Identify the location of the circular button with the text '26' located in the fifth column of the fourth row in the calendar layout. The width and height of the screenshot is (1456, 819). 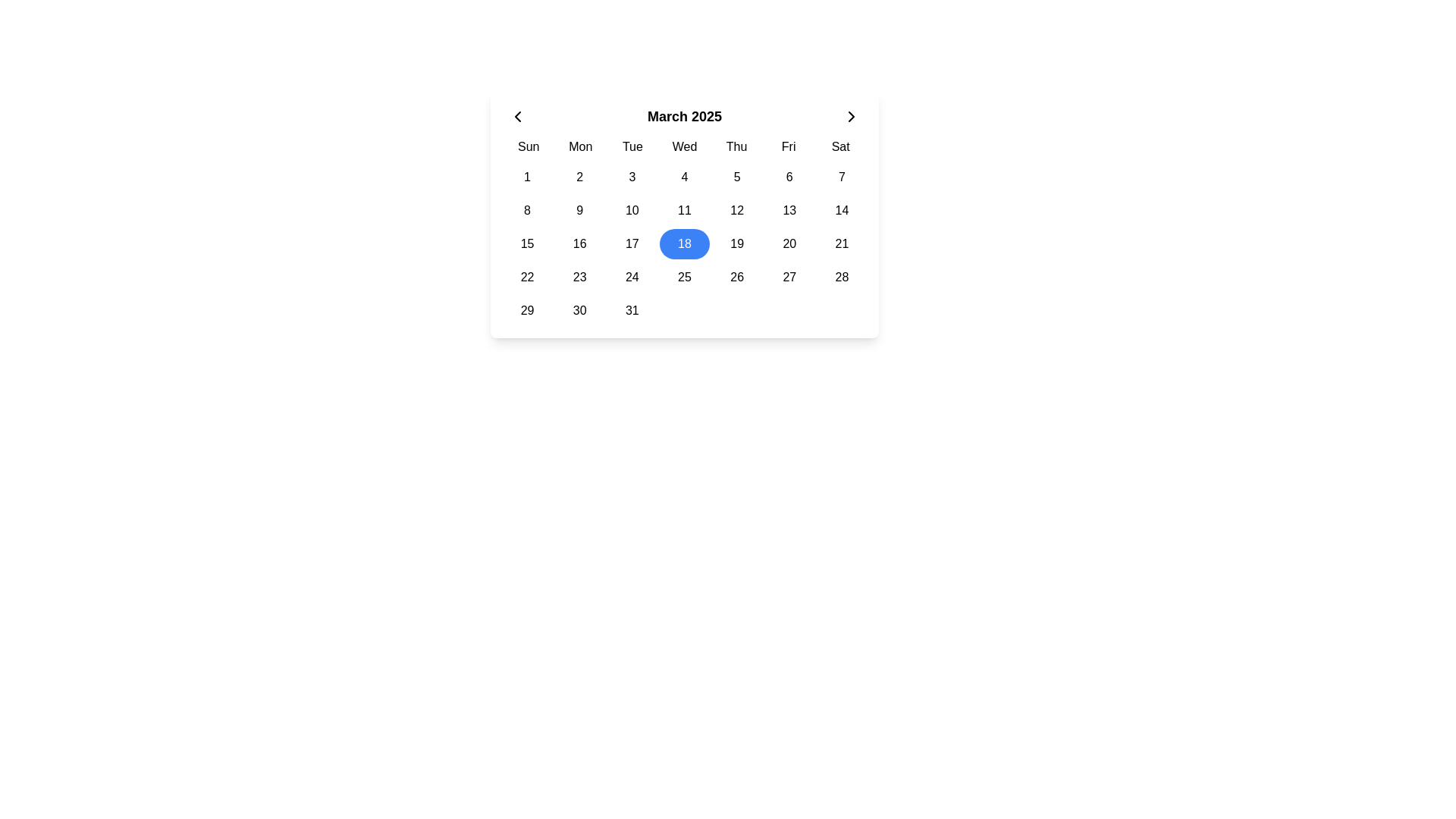
(737, 278).